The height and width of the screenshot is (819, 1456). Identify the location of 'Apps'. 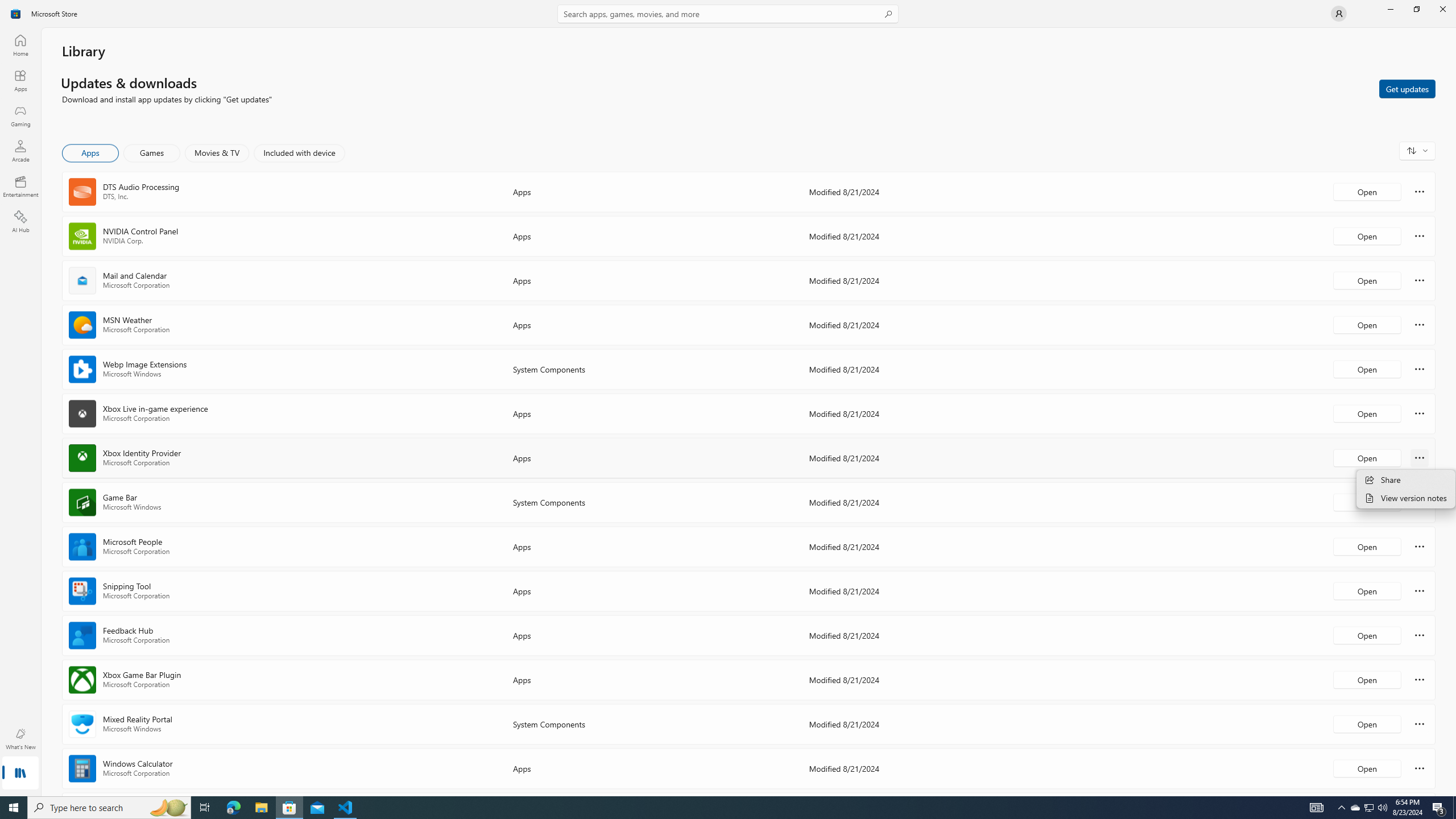
(19, 80).